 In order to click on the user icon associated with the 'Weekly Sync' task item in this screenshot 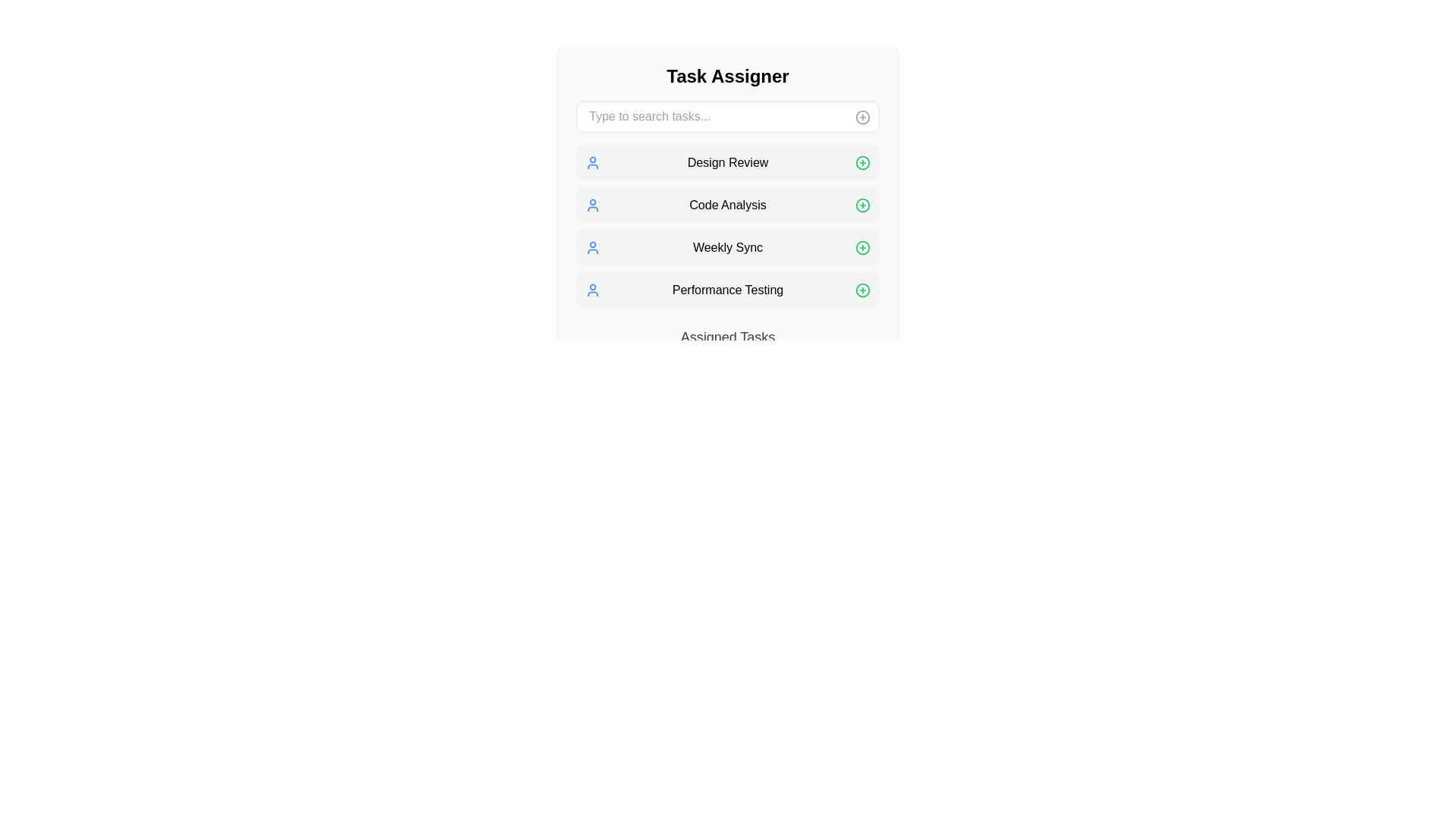, I will do `click(592, 247)`.